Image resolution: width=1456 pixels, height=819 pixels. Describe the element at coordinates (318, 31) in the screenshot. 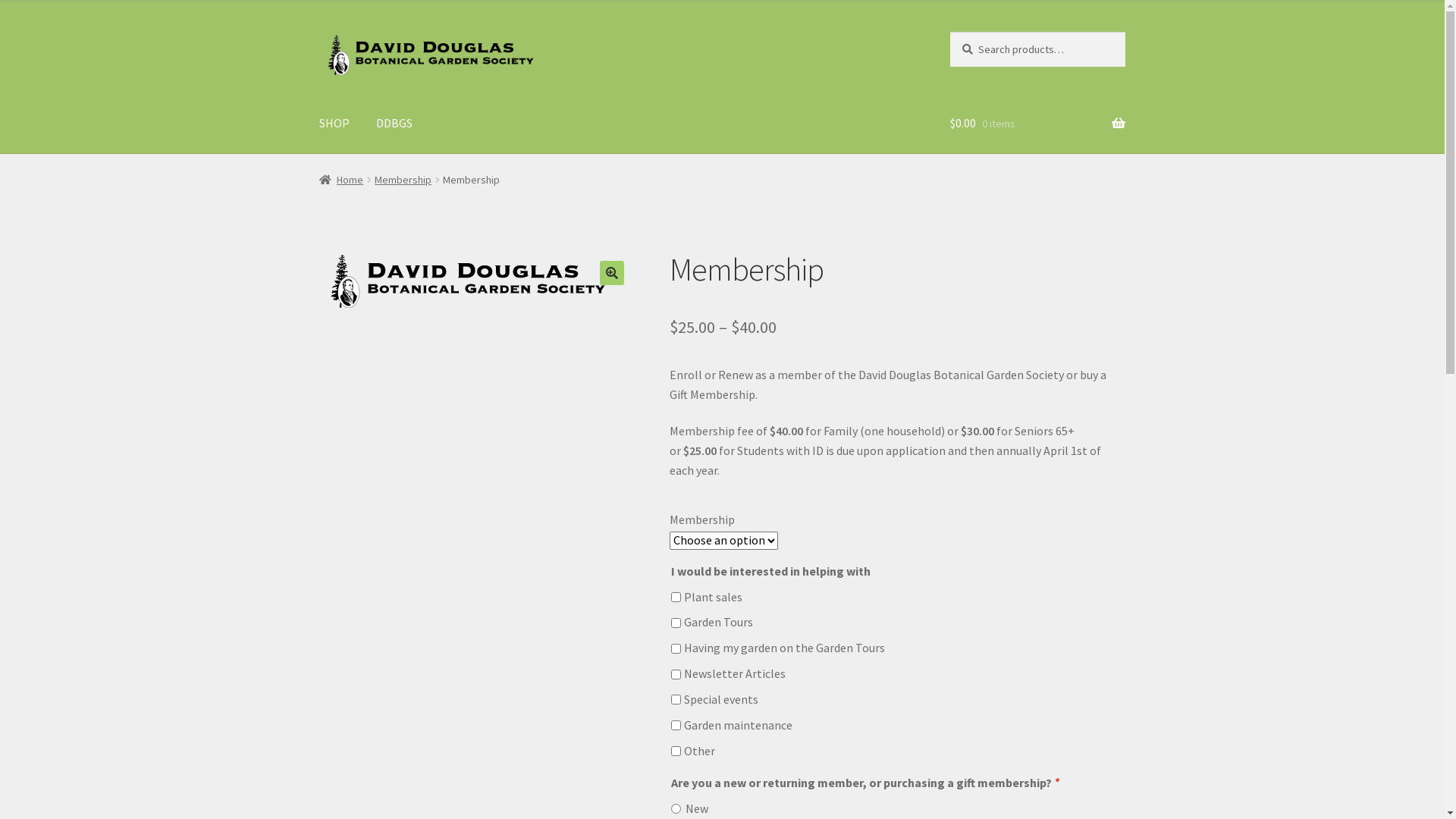

I see `'Skip to navigation'` at that location.